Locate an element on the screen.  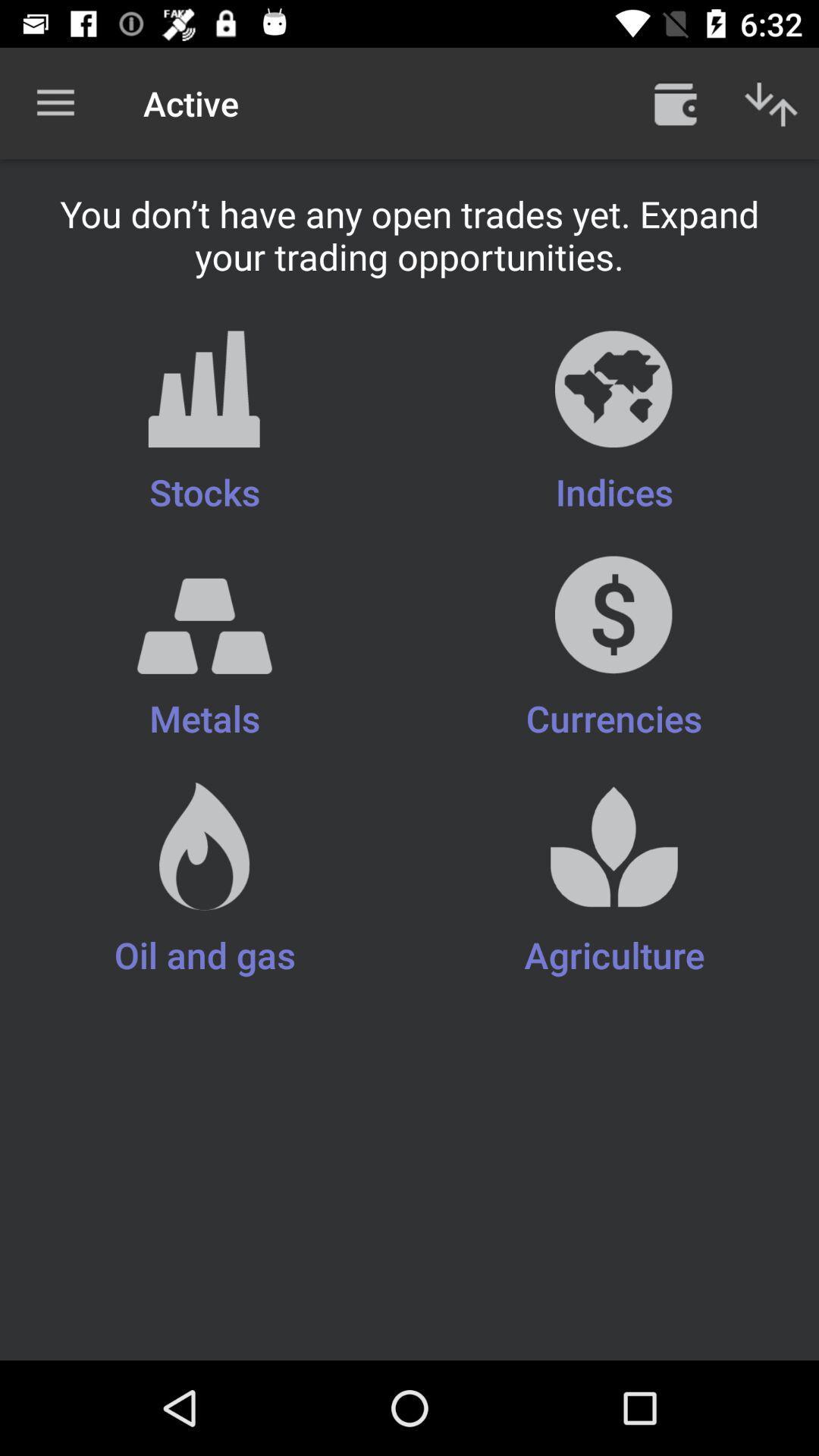
wallet is located at coordinates (675, 102).